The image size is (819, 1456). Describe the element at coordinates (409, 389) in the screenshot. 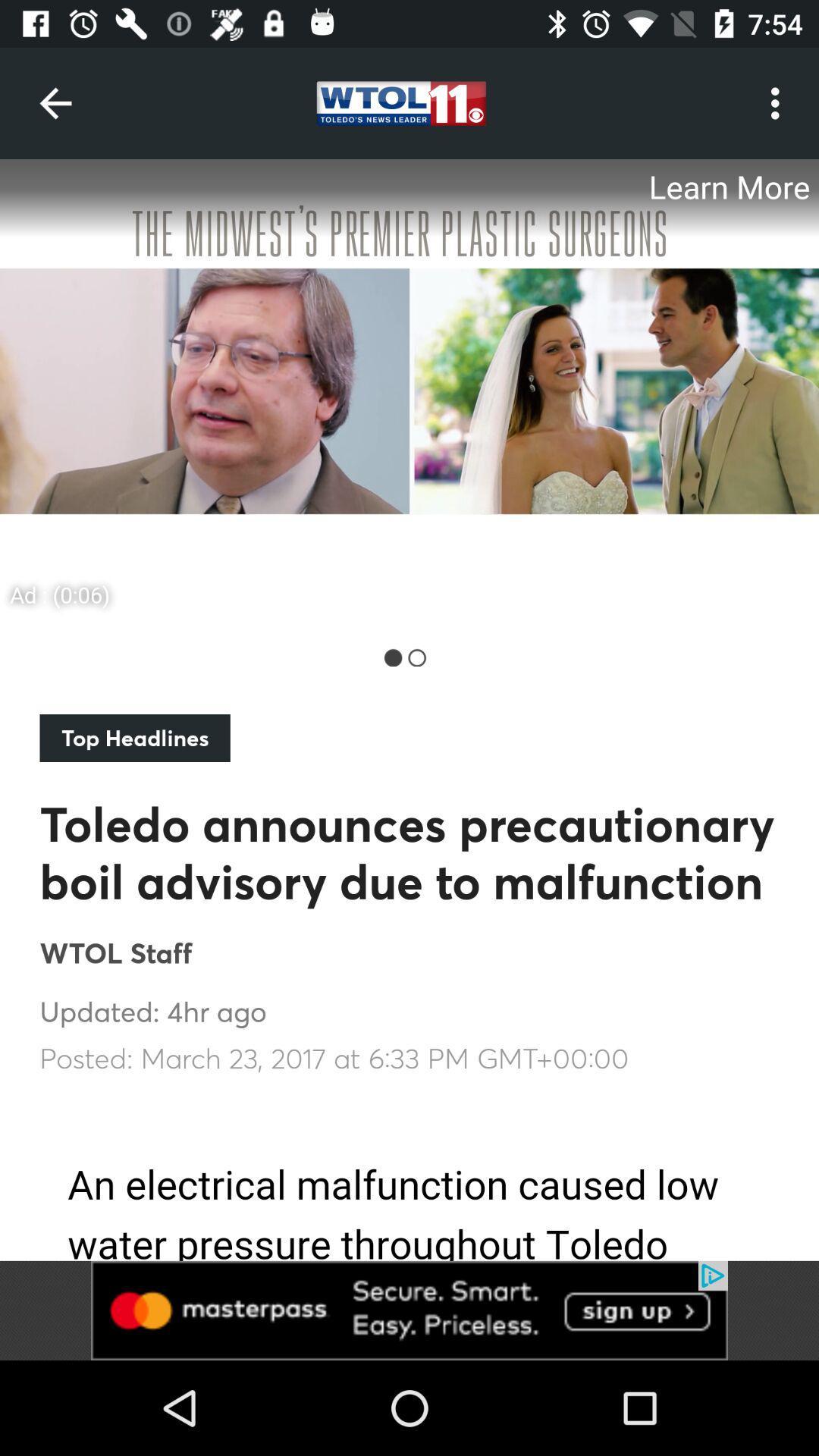

I see `open advertisement` at that location.